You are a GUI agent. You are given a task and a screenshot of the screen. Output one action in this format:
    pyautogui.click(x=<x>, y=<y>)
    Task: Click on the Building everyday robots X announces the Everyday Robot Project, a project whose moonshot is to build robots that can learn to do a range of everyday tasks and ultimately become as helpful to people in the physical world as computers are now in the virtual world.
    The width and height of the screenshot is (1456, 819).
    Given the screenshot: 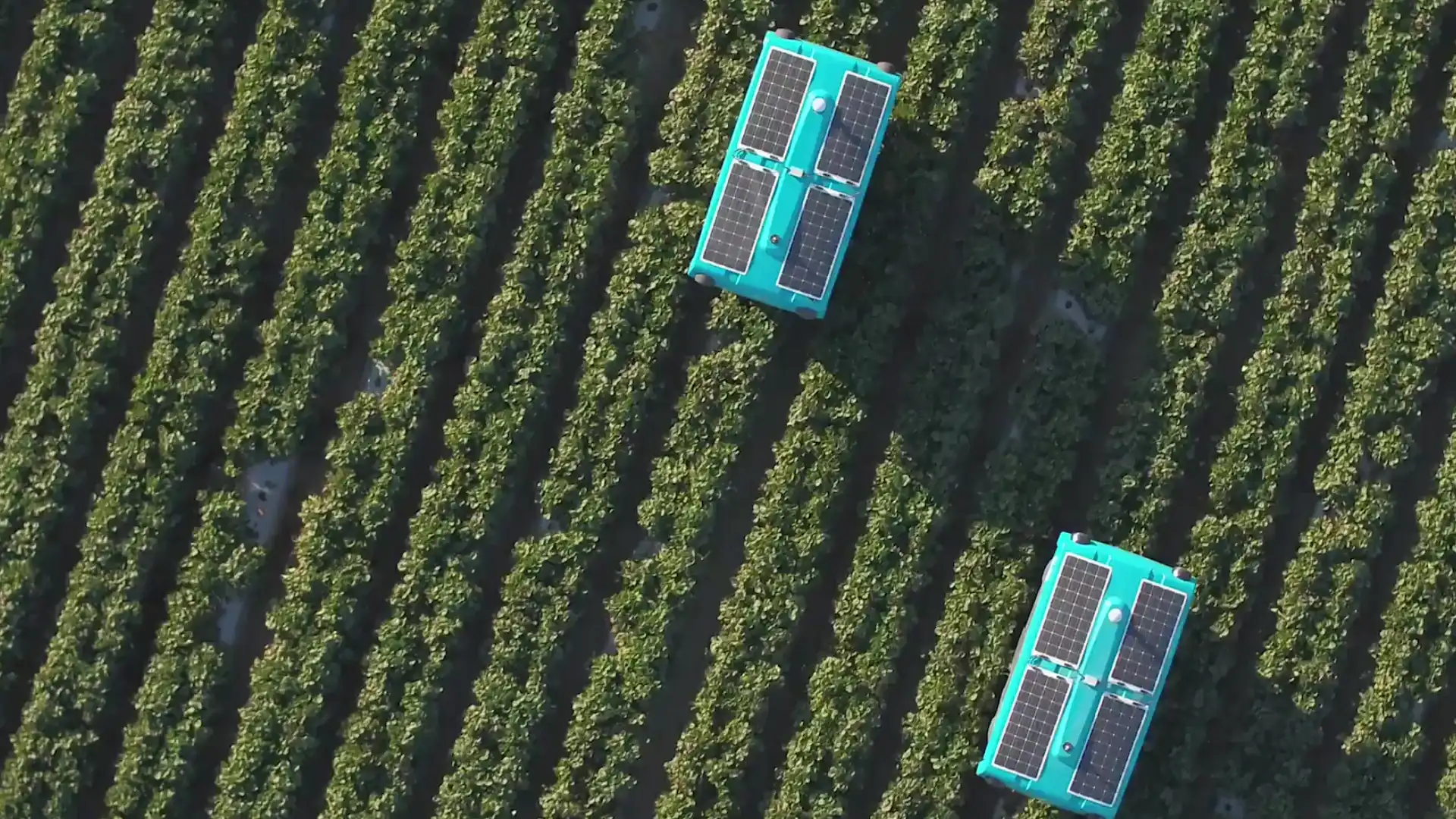 What is the action you would take?
    pyautogui.click(x=768, y=304)
    